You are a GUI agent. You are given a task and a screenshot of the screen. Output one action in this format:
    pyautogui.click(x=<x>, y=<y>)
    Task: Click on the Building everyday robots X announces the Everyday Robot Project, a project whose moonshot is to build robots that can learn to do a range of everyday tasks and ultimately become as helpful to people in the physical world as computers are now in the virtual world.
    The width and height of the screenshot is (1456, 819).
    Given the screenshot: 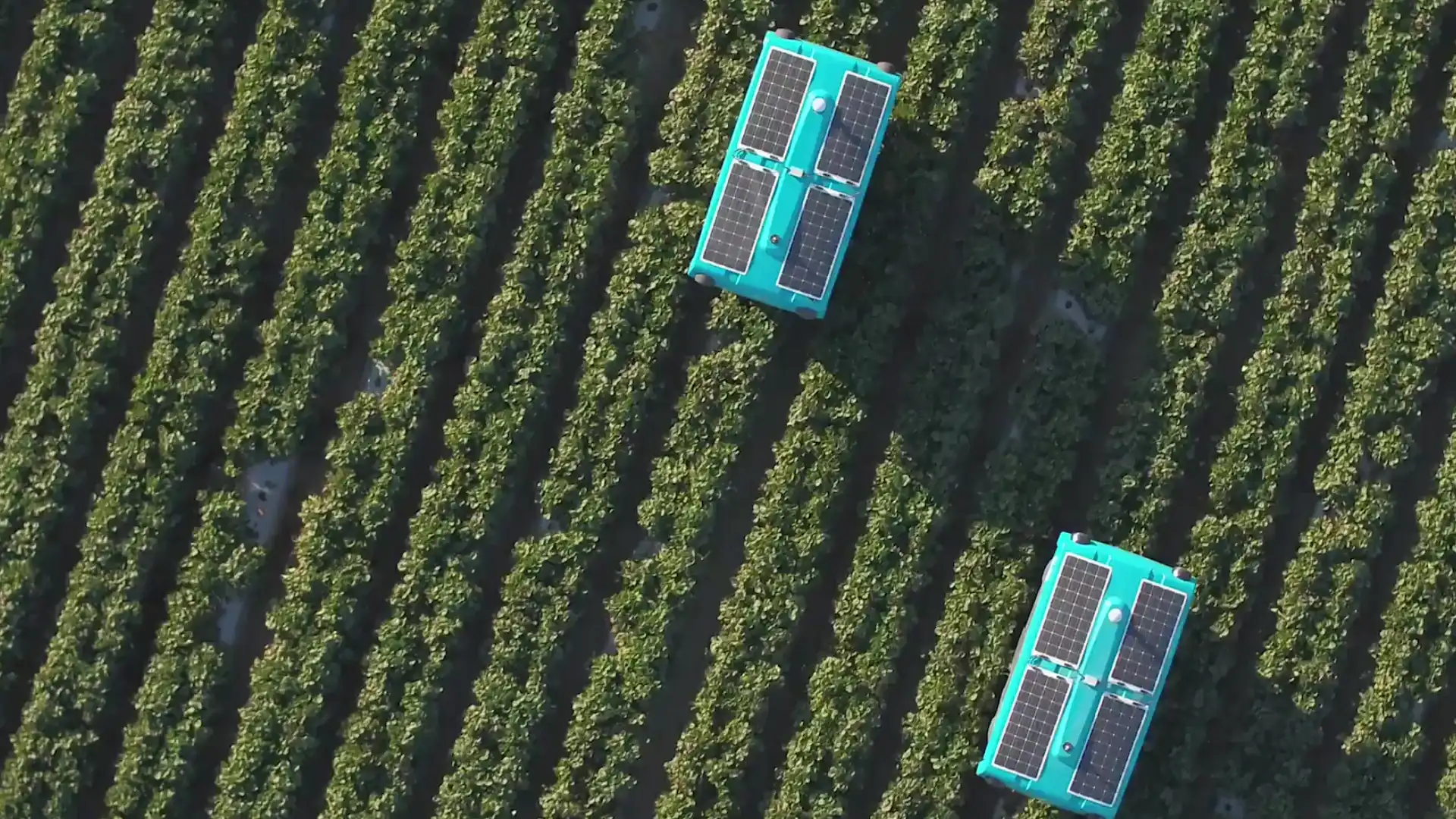 What is the action you would take?
    pyautogui.click(x=768, y=304)
    